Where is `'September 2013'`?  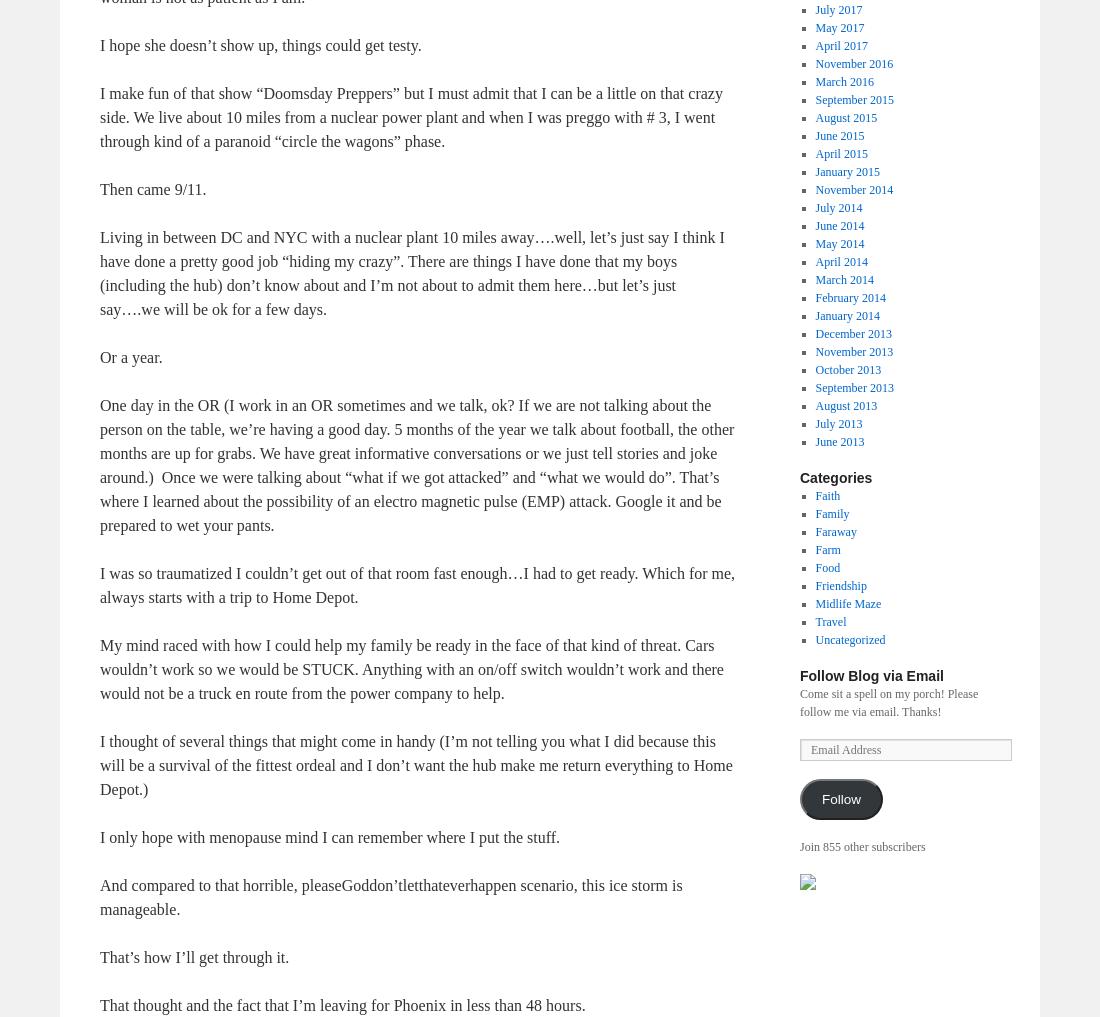
'September 2013' is located at coordinates (853, 385).